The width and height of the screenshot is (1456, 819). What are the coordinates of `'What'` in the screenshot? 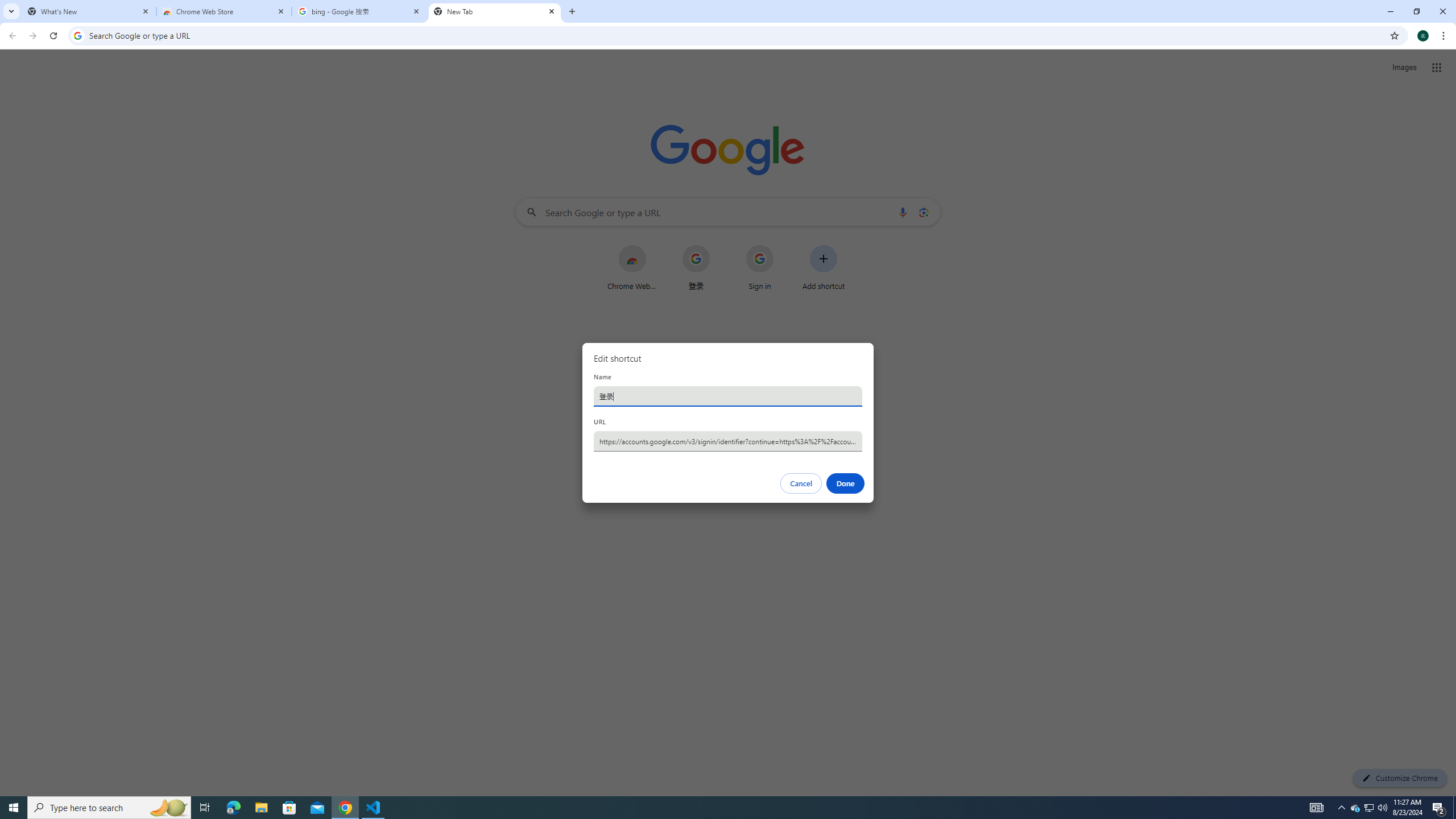 It's located at (88, 11).